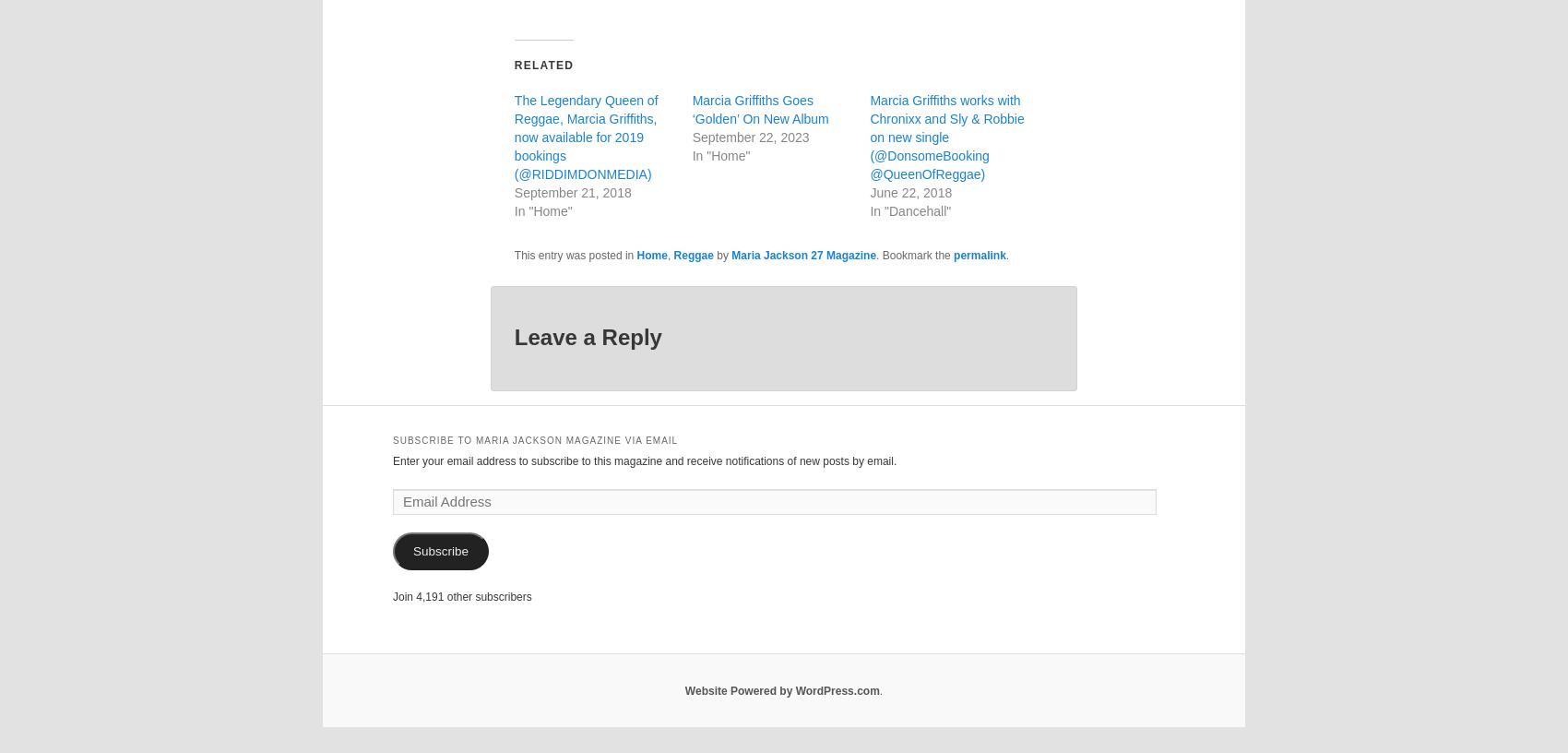 This screenshot has height=753, width=1568. Describe the element at coordinates (913, 255) in the screenshot. I see `'. Bookmark the'` at that location.